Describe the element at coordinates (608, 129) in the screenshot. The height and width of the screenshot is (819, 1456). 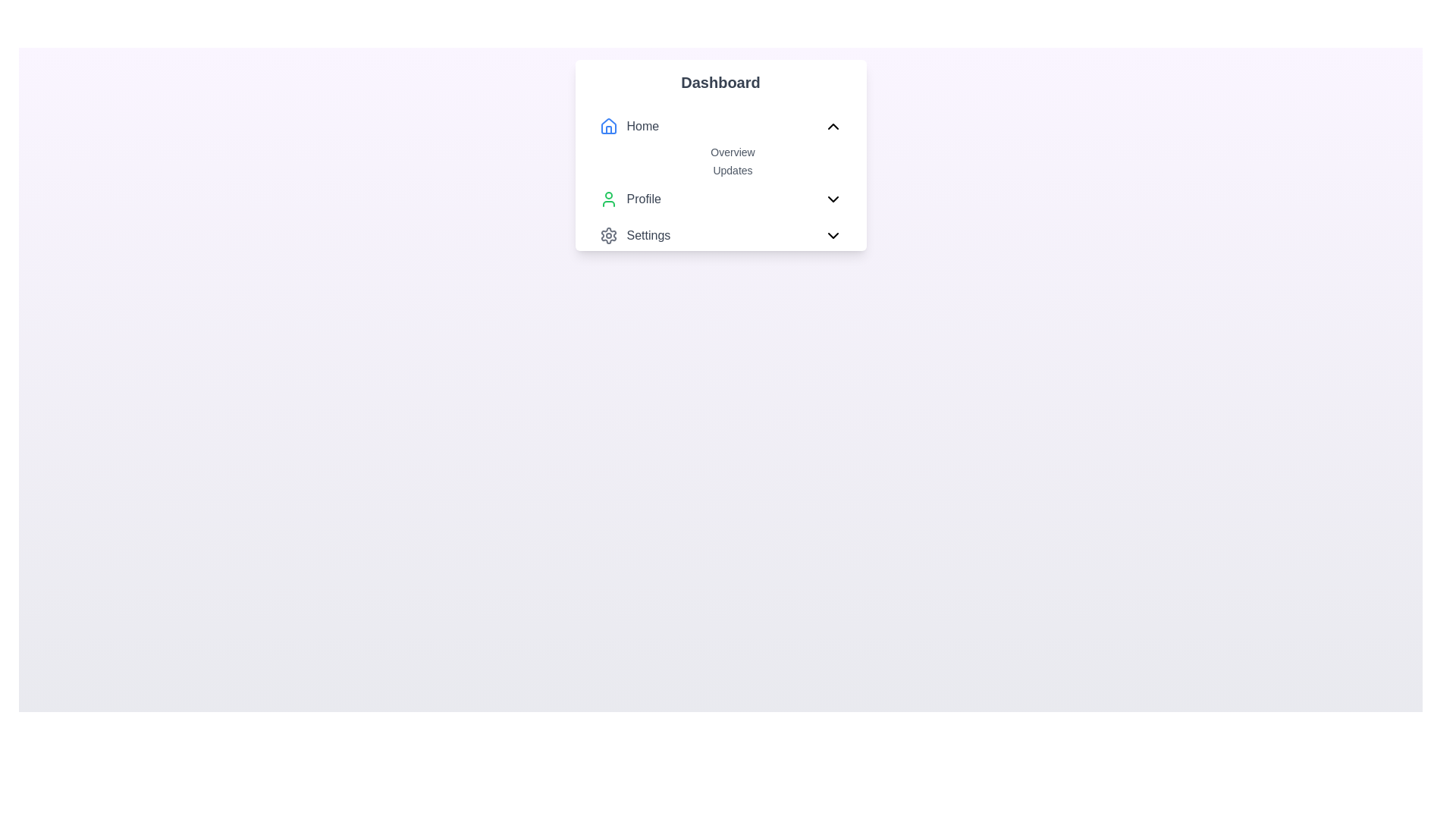
I see `the central vertical bar of the 'Home' menu icon, which is a non-interactive graphical part of the SVG representing the home section in the dashboard menu` at that location.